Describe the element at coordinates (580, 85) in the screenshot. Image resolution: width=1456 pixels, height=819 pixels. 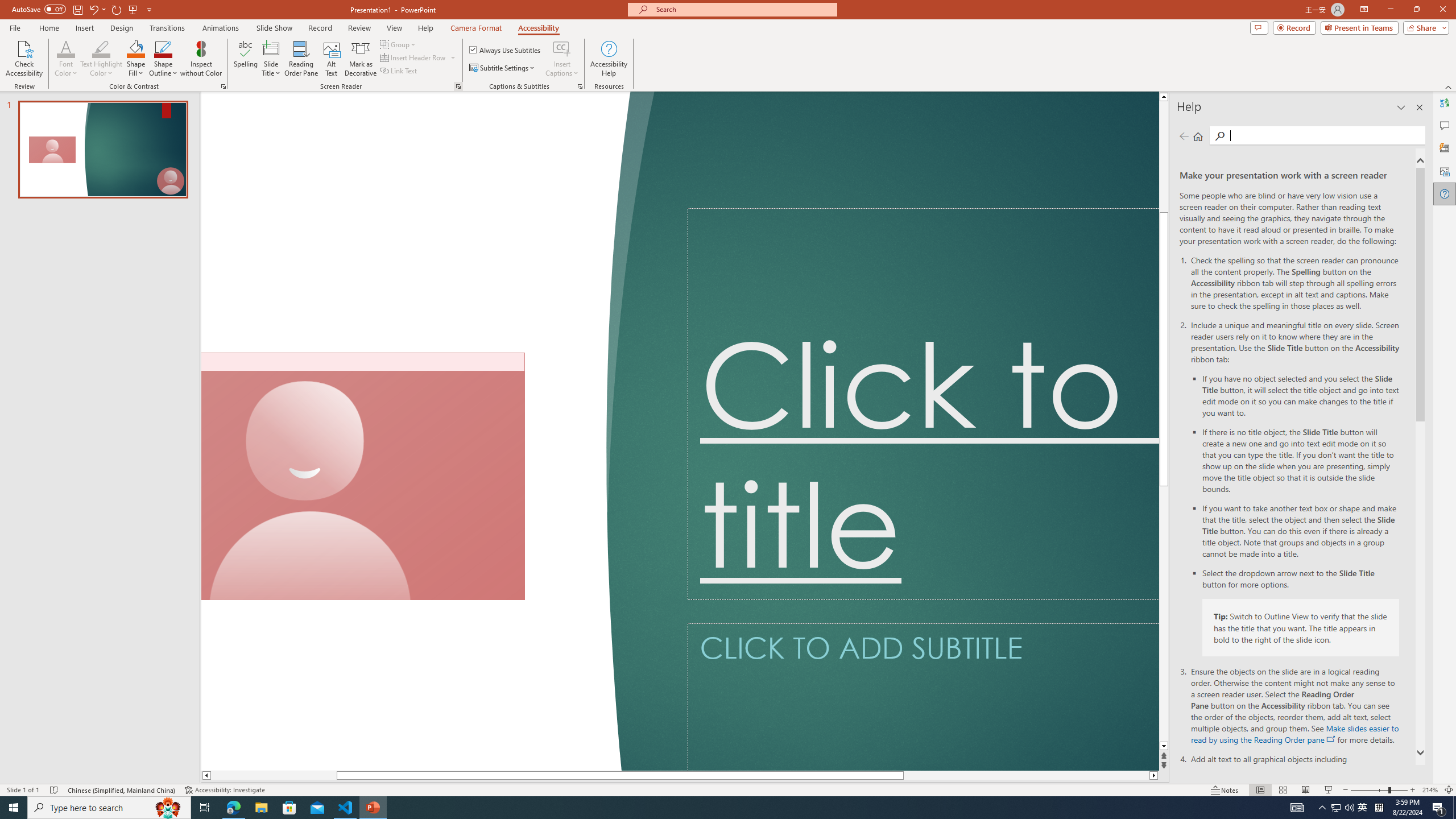
I see `'Captions & Subtitles'` at that location.